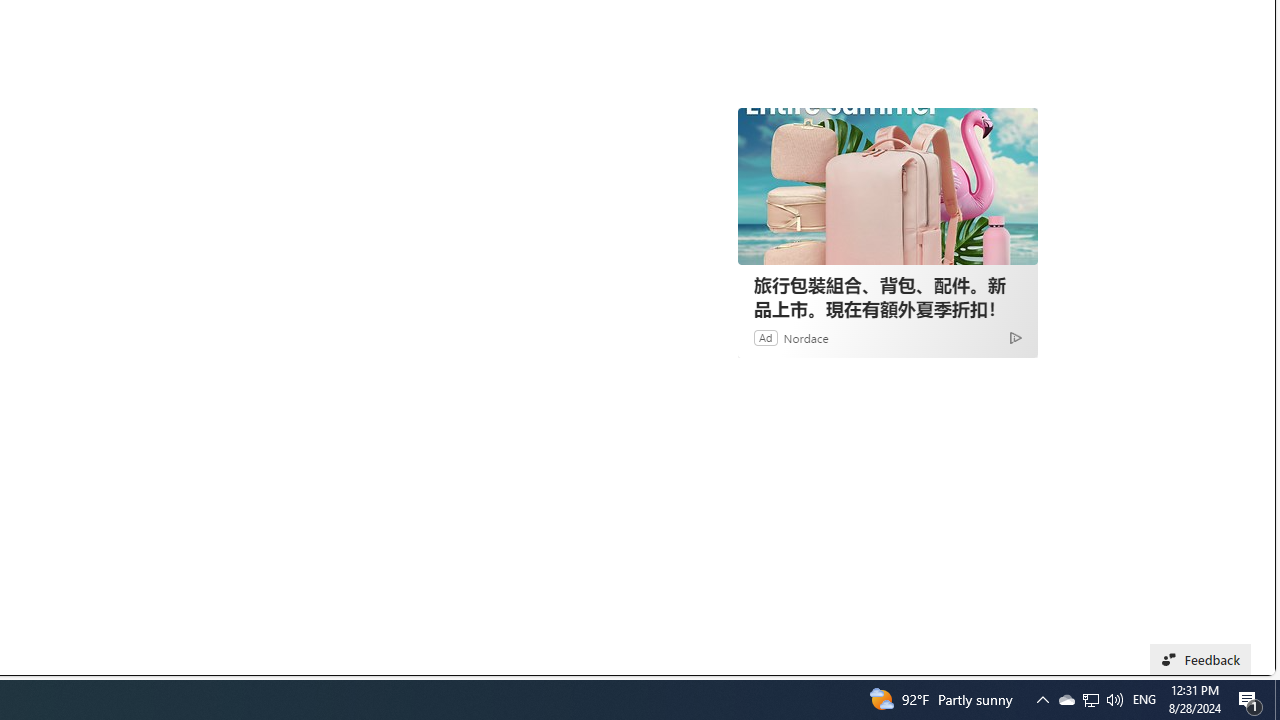  What do you see at coordinates (1200, 659) in the screenshot?
I see `'Feedback'` at bounding box center [1200, 659].